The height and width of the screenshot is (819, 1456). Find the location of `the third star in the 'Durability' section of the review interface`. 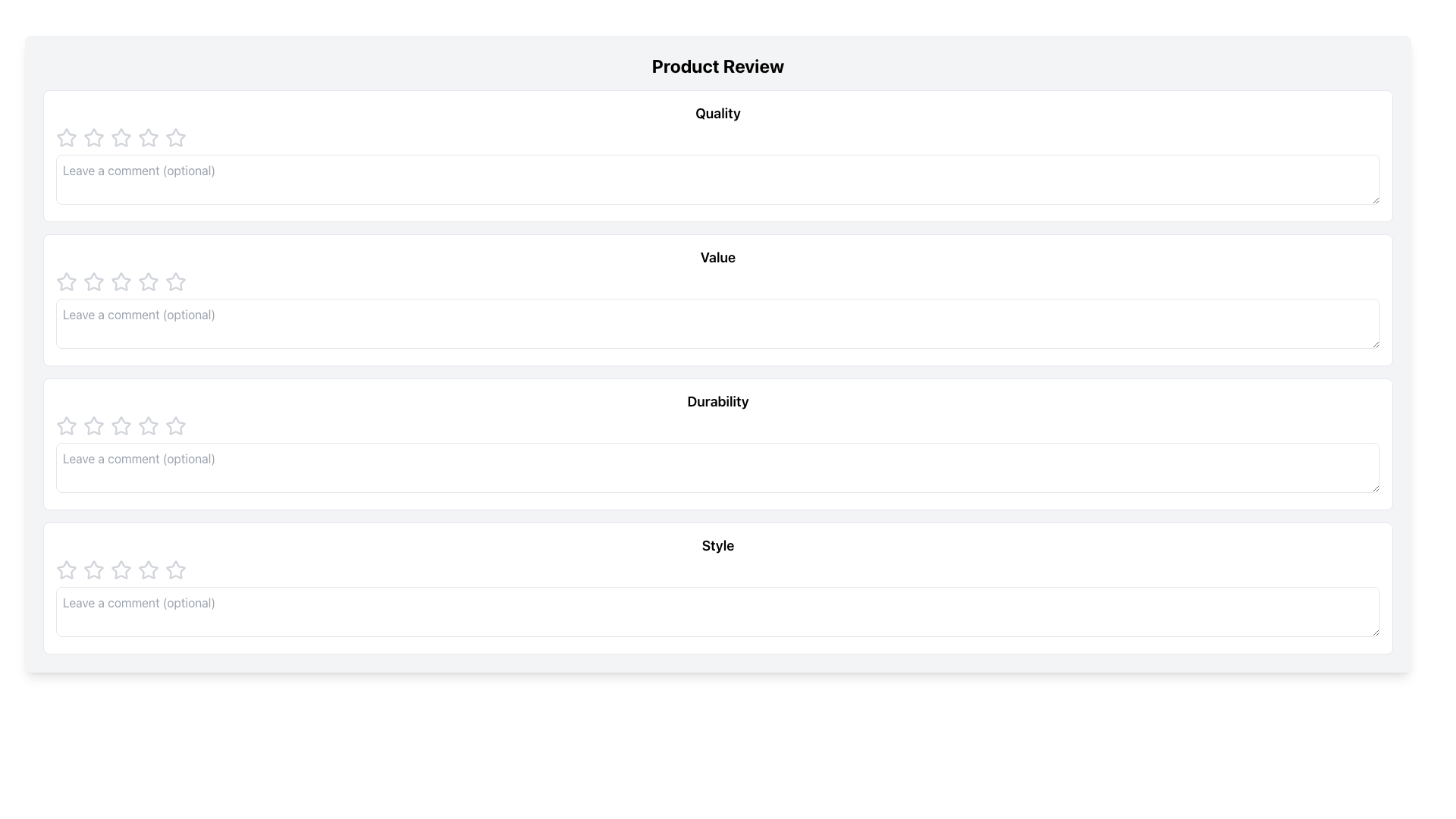

the third star in the 'Durability' section of the review interface is located at coordinates (149, 425).